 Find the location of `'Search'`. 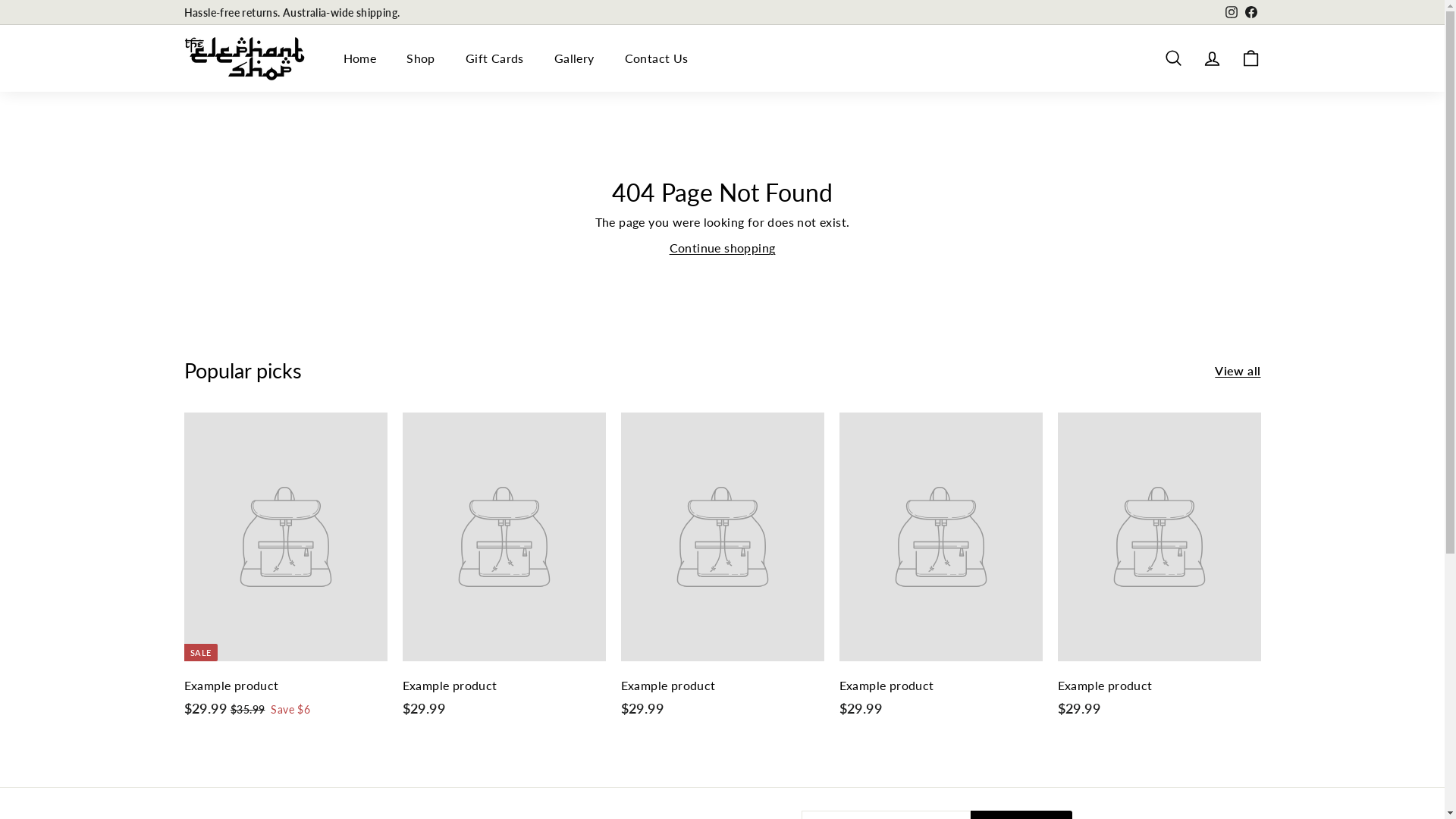

'Search' is located at coordinates (1172, 57).